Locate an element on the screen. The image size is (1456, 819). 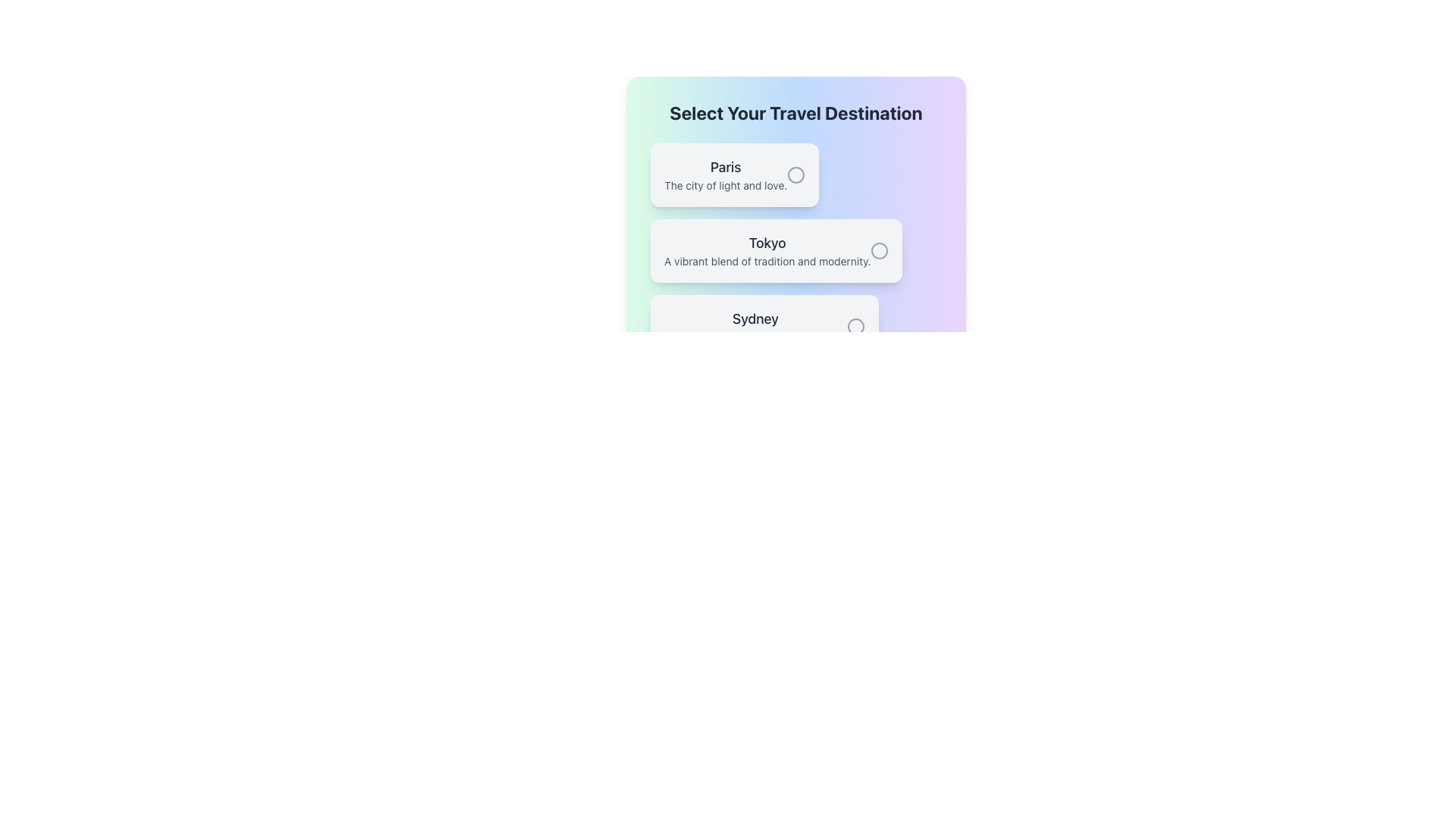
the second selectable list item for travel destination selection, which is located below the 'Paris' option and above the 'Sydney' option is located at coordinates (795, 250).